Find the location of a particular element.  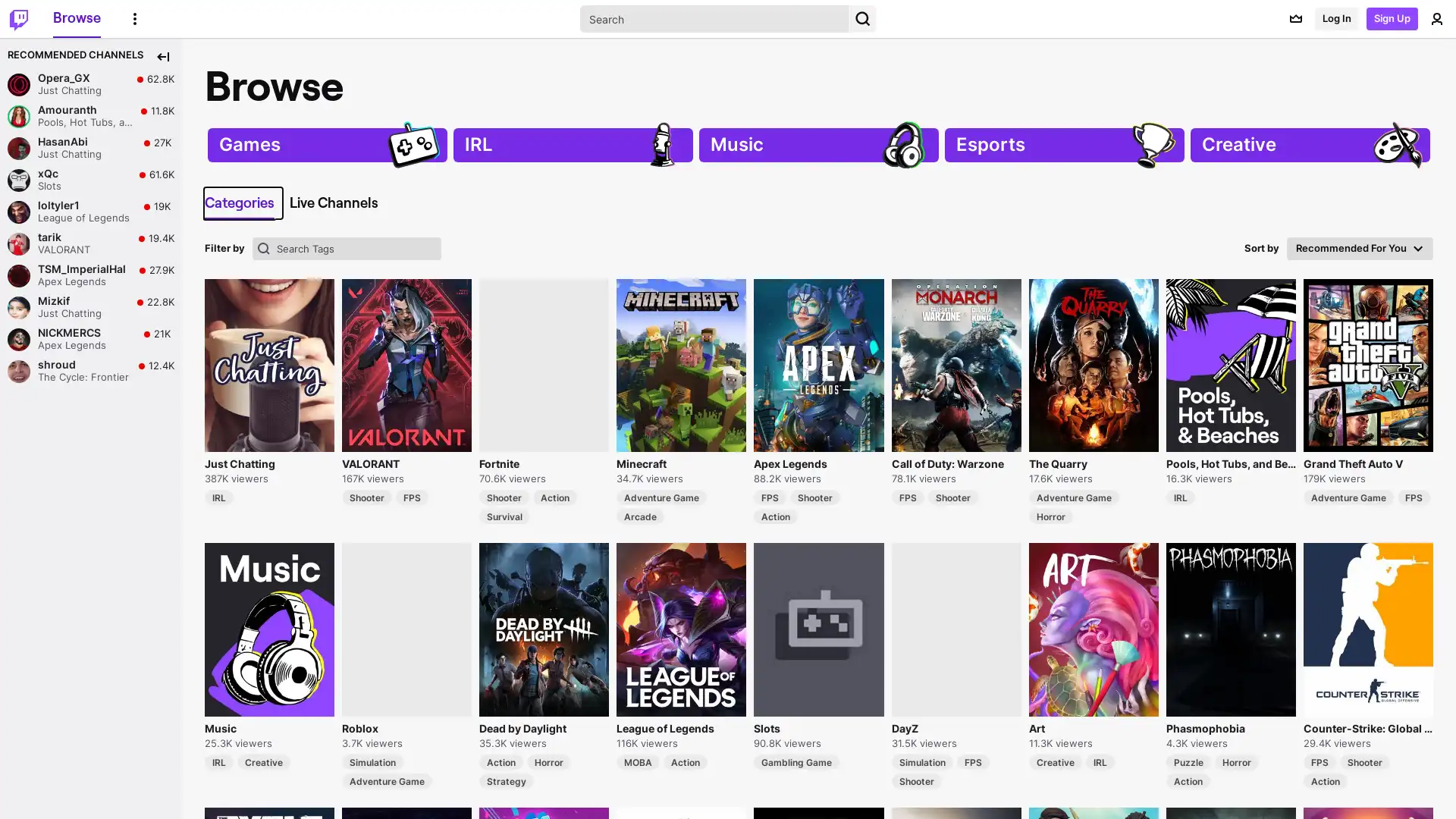

Action is located at coordinates (1324, 780).